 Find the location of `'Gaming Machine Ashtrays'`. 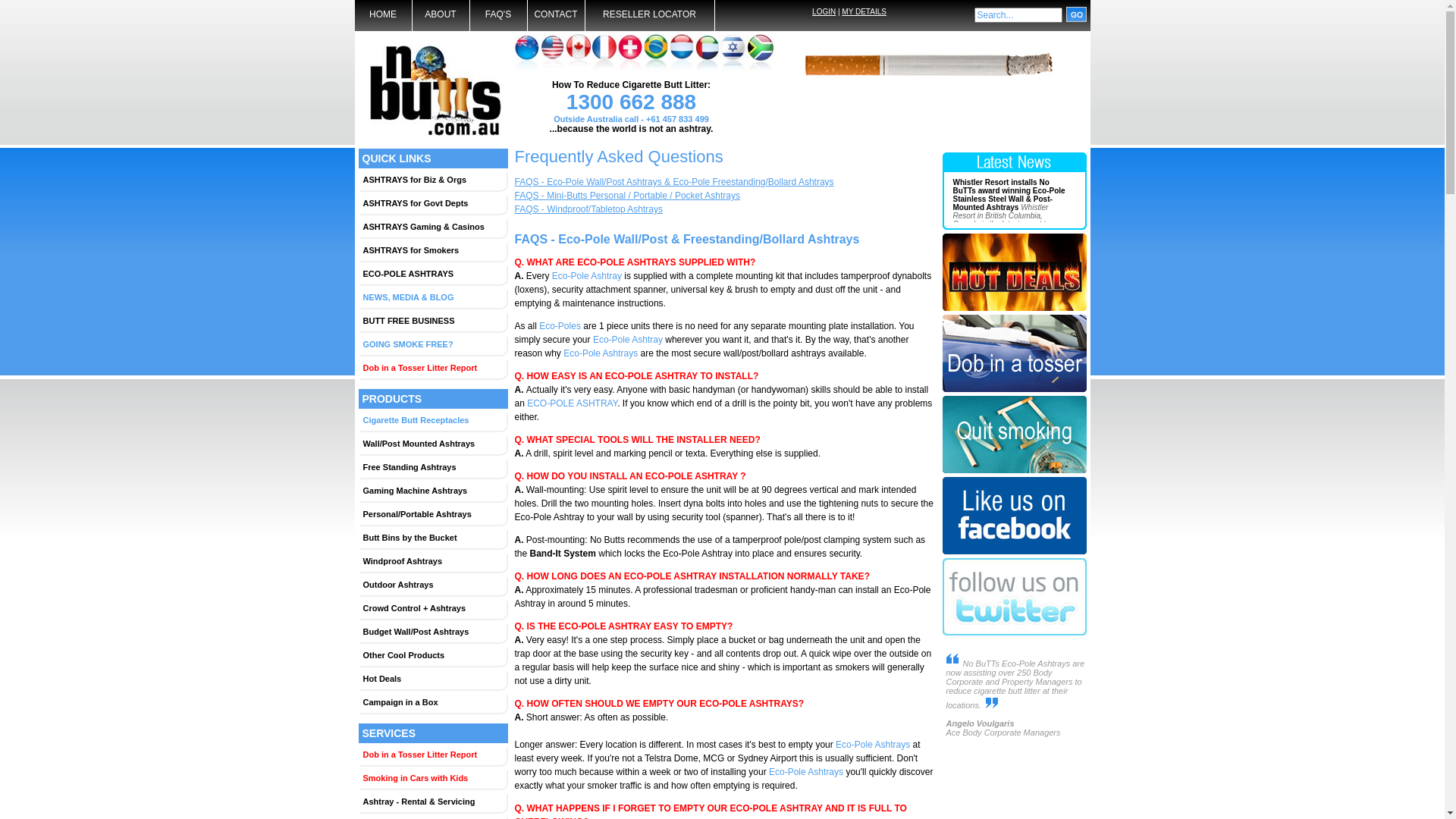

'Gaming Machine Ashtrays' is located at coordinates (359, 491).